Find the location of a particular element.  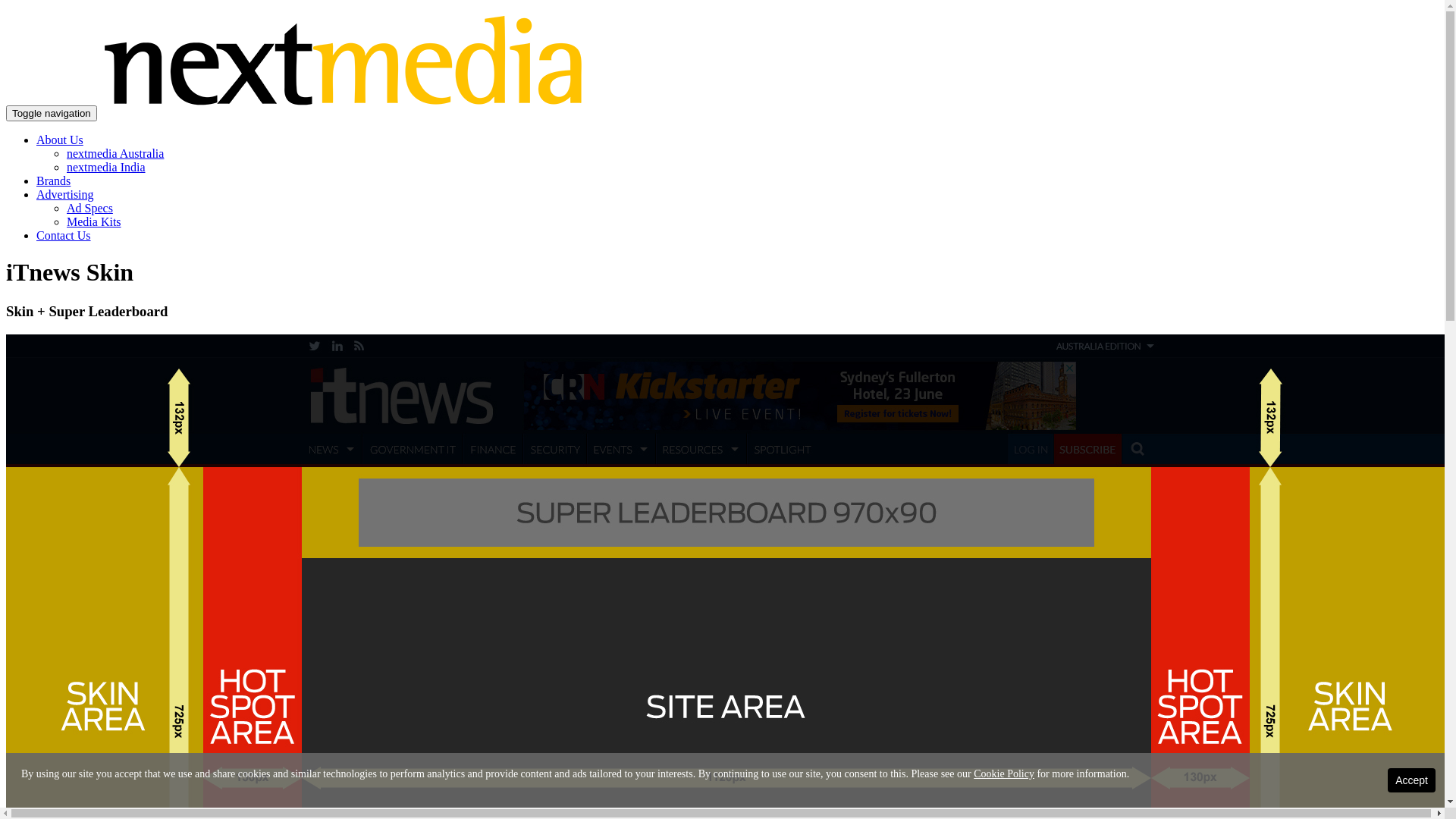

'nextmedia Australia' is located at coordinates (115, 153).